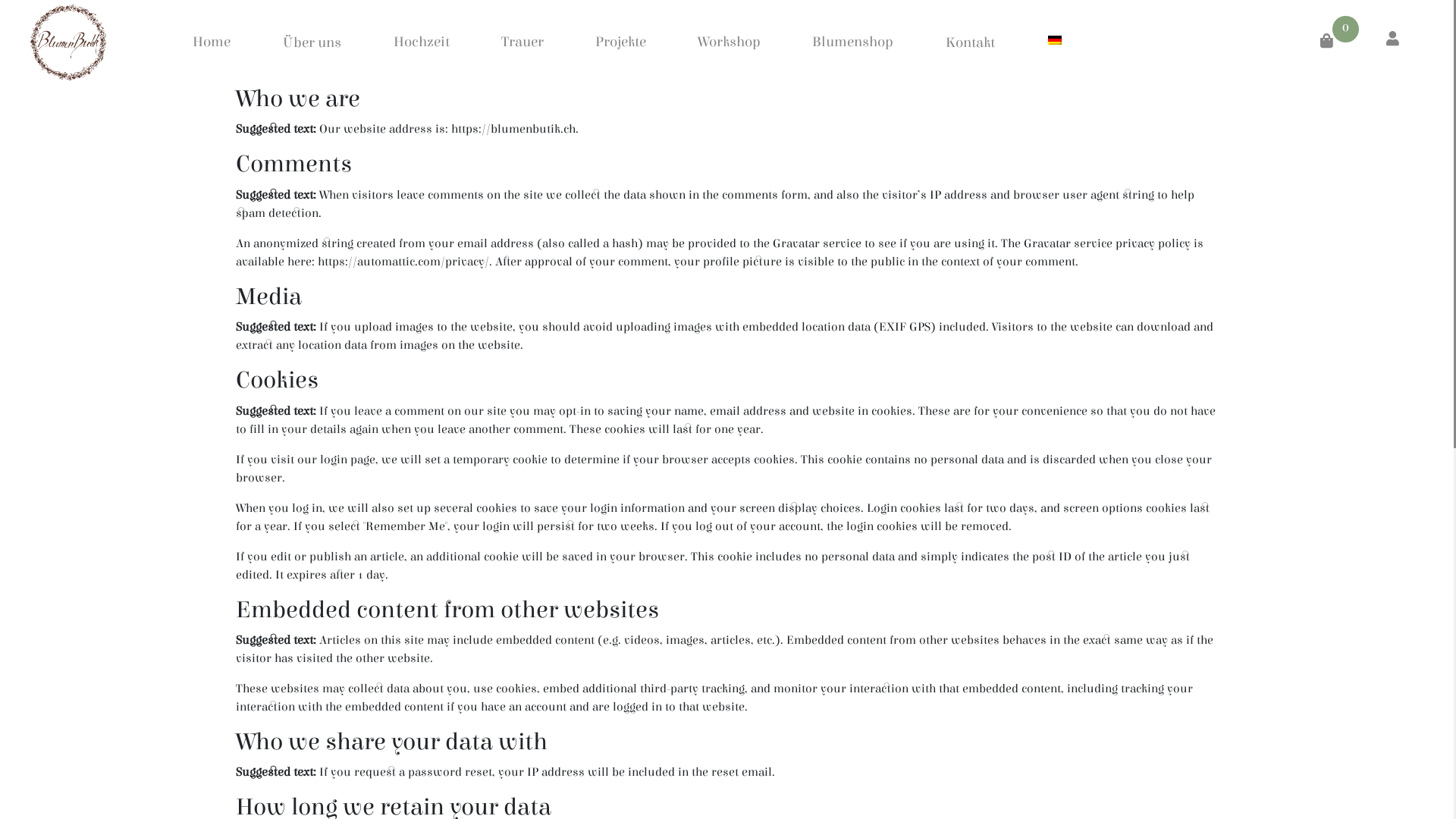 This screenshot has height=819, width=1456. I want to click on 'Kontakt', so click(969, 42).